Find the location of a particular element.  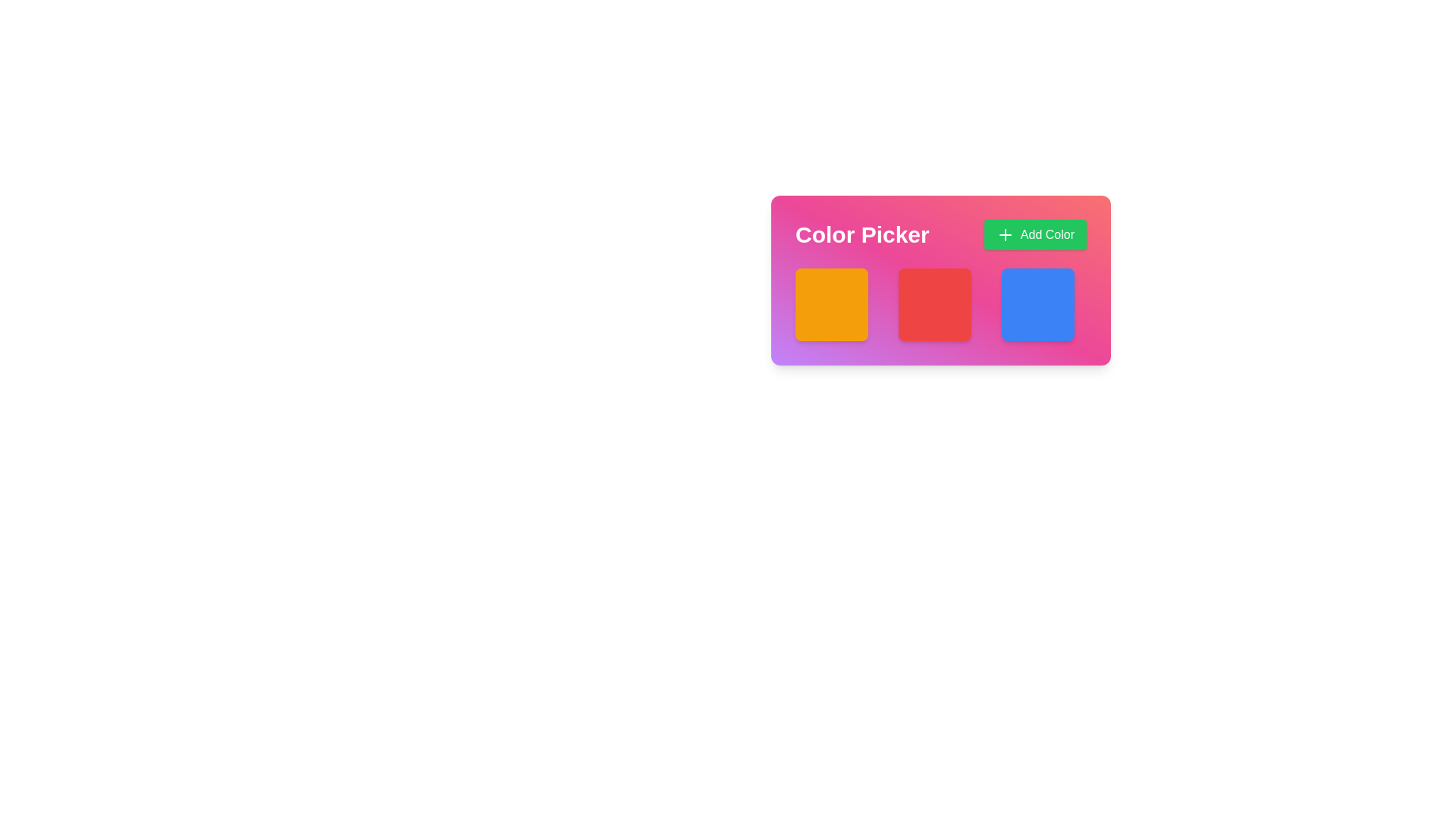

the first square-shaped button with a bright orange background in the color-picker interface is located at coordinates (836, 304).